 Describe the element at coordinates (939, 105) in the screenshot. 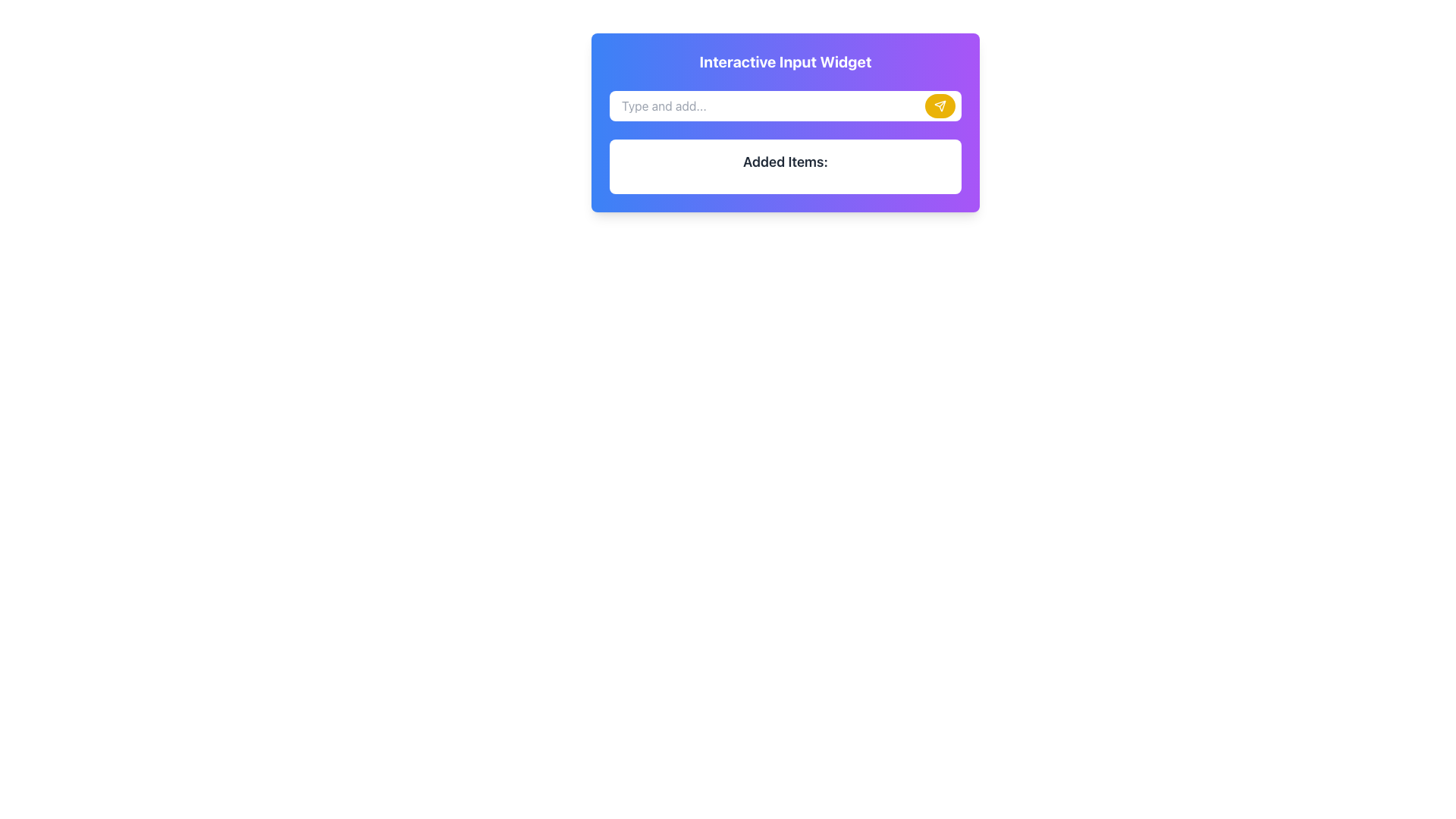

I see `the send/submit button located at the right end of the input field within the 'Interactive Input Widget' to observe its hover effects` at that location.